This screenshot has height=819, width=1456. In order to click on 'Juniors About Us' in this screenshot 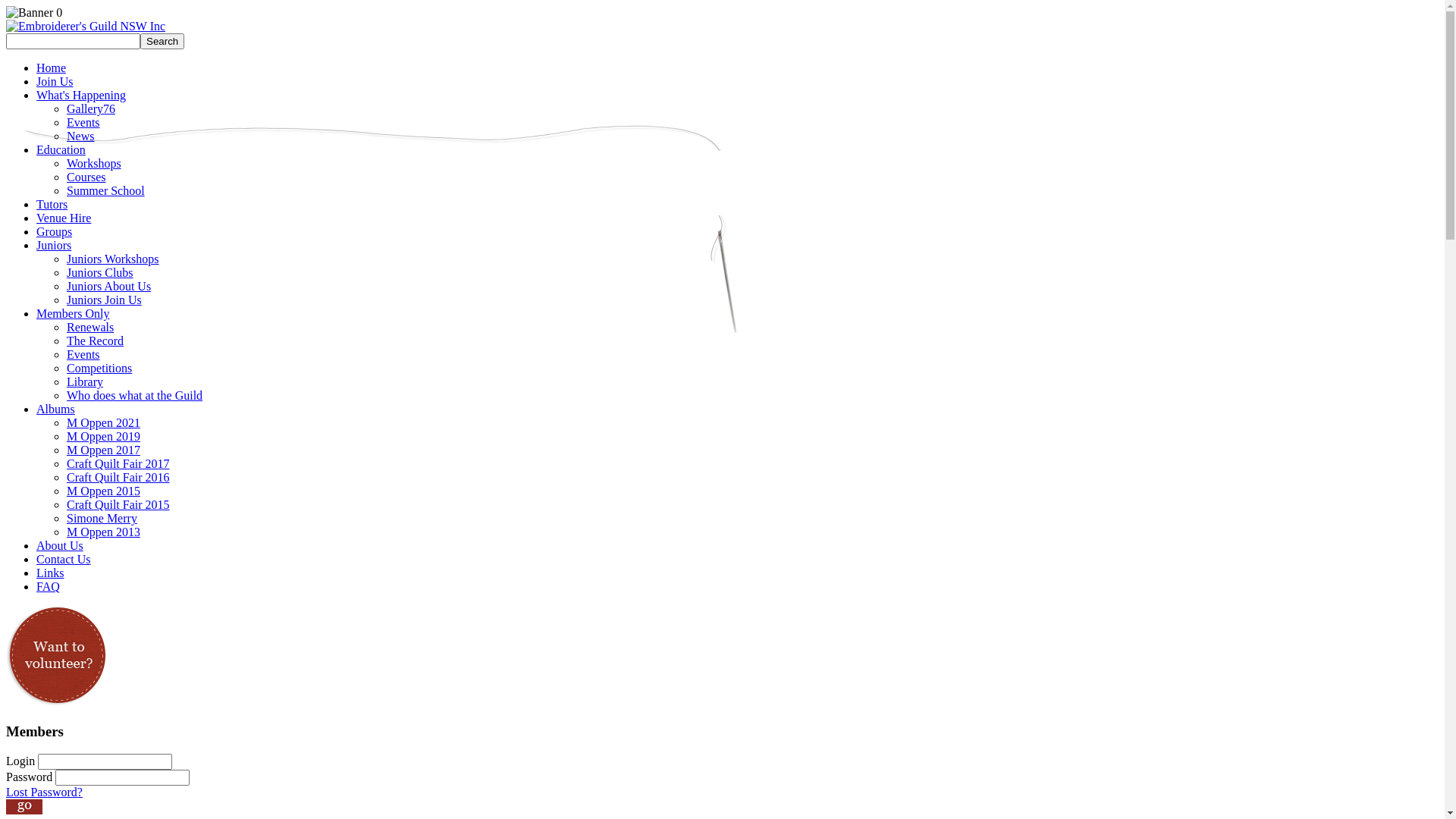, I will do `click(108, 286)`.